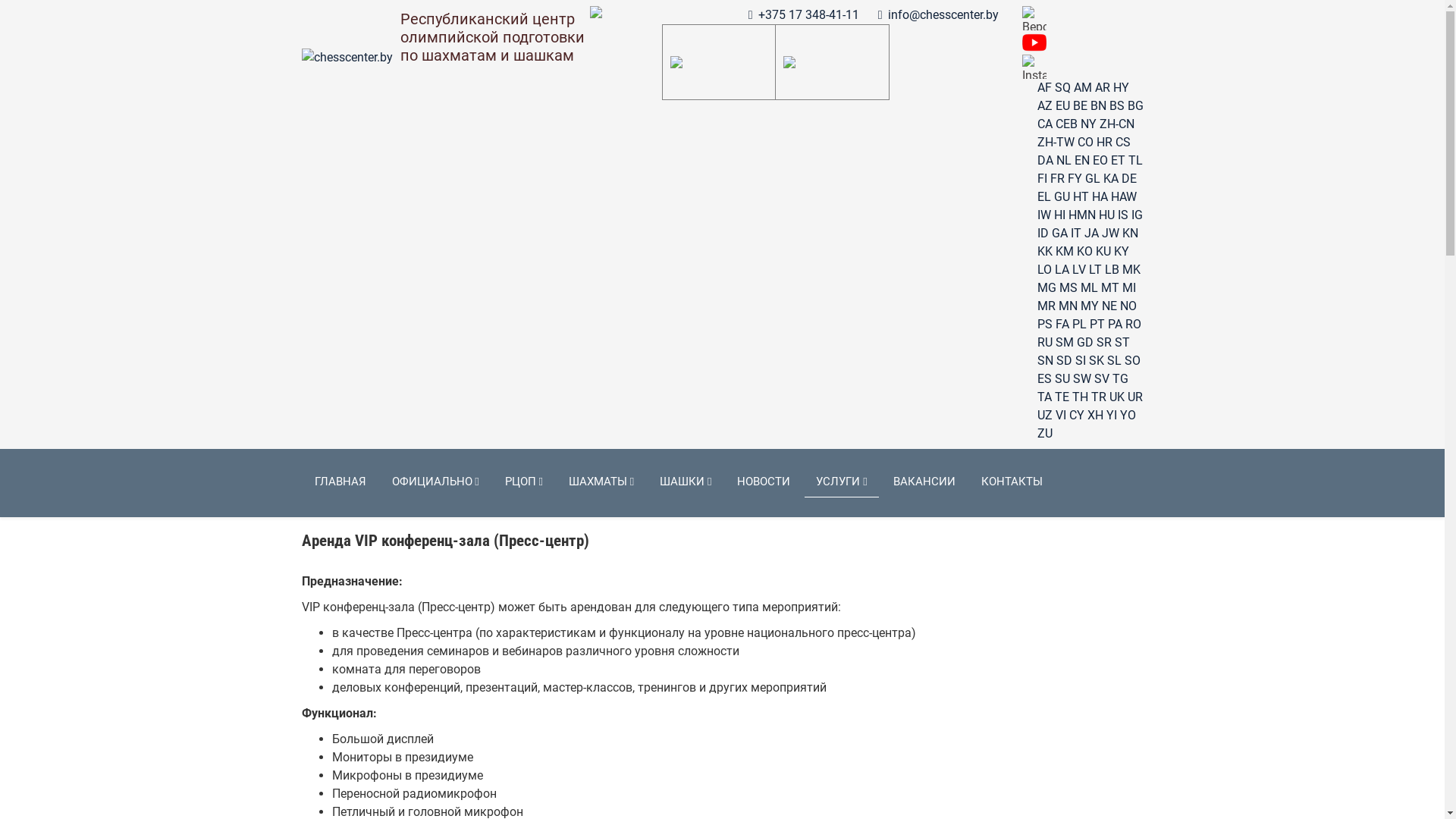 Image resolution: width=1456 pixels, height=819 pixels. I want to click on 'AF', so click(1043, 87).